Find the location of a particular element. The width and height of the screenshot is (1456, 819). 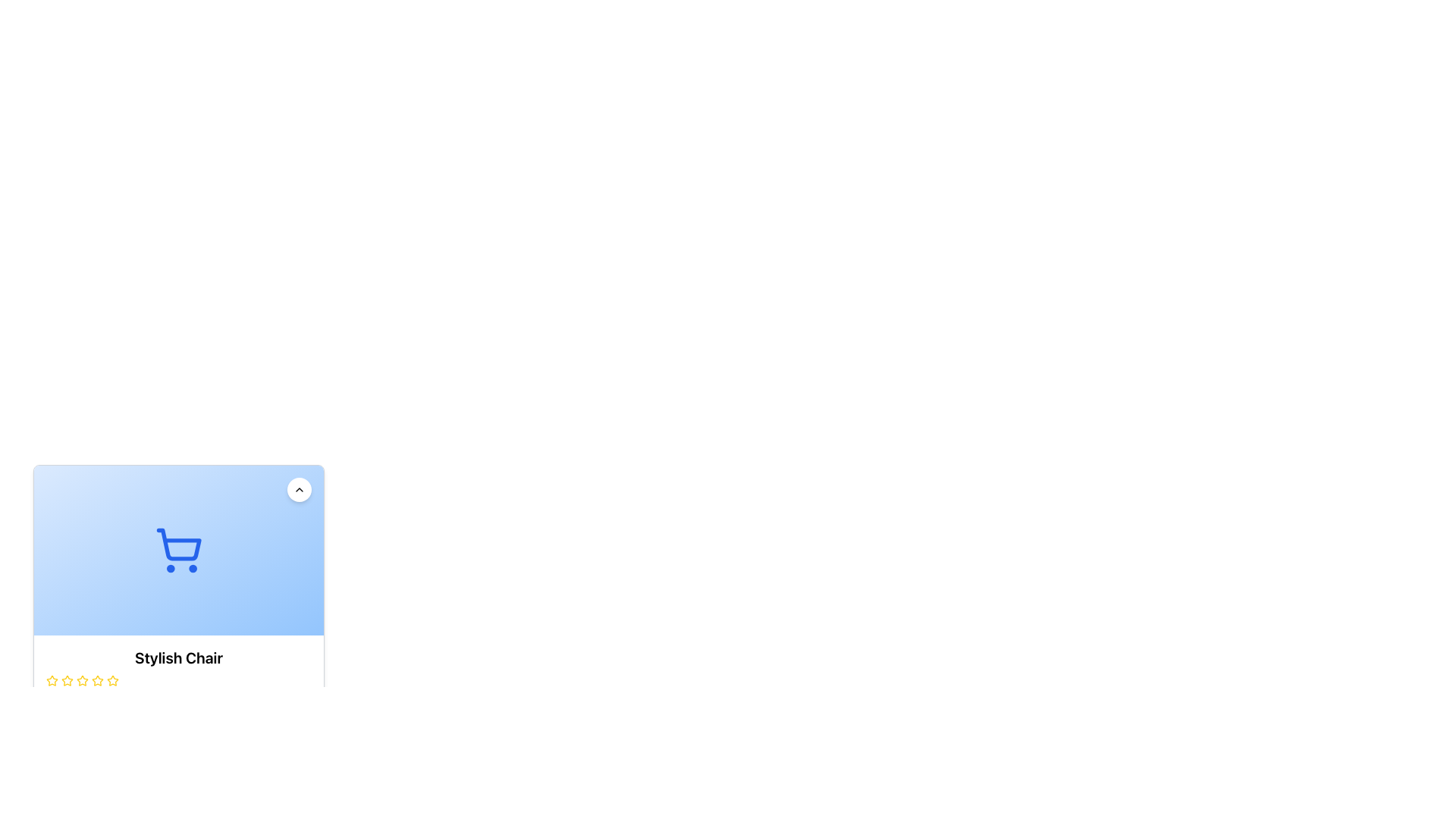

the second star icon located centrally under the product title 'Stylish Chair' to provide a rating is located at coordinates (67, 680).